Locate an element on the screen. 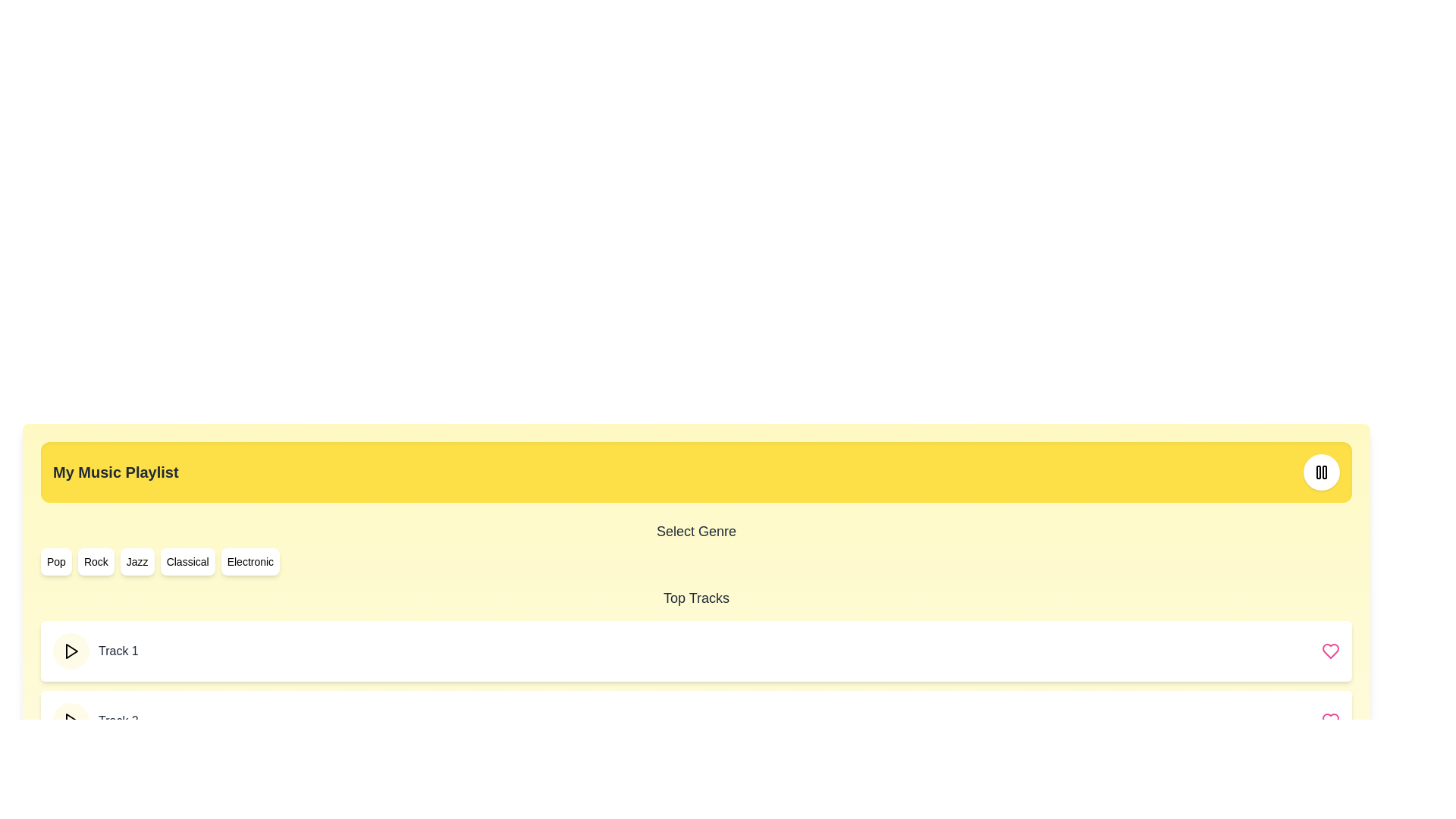 The image size is (1456, 819). the heart-shaped icon with a pink outline to favorite the track in the playlist interface for 'Track 1' is located at coordinates (1330, 651).